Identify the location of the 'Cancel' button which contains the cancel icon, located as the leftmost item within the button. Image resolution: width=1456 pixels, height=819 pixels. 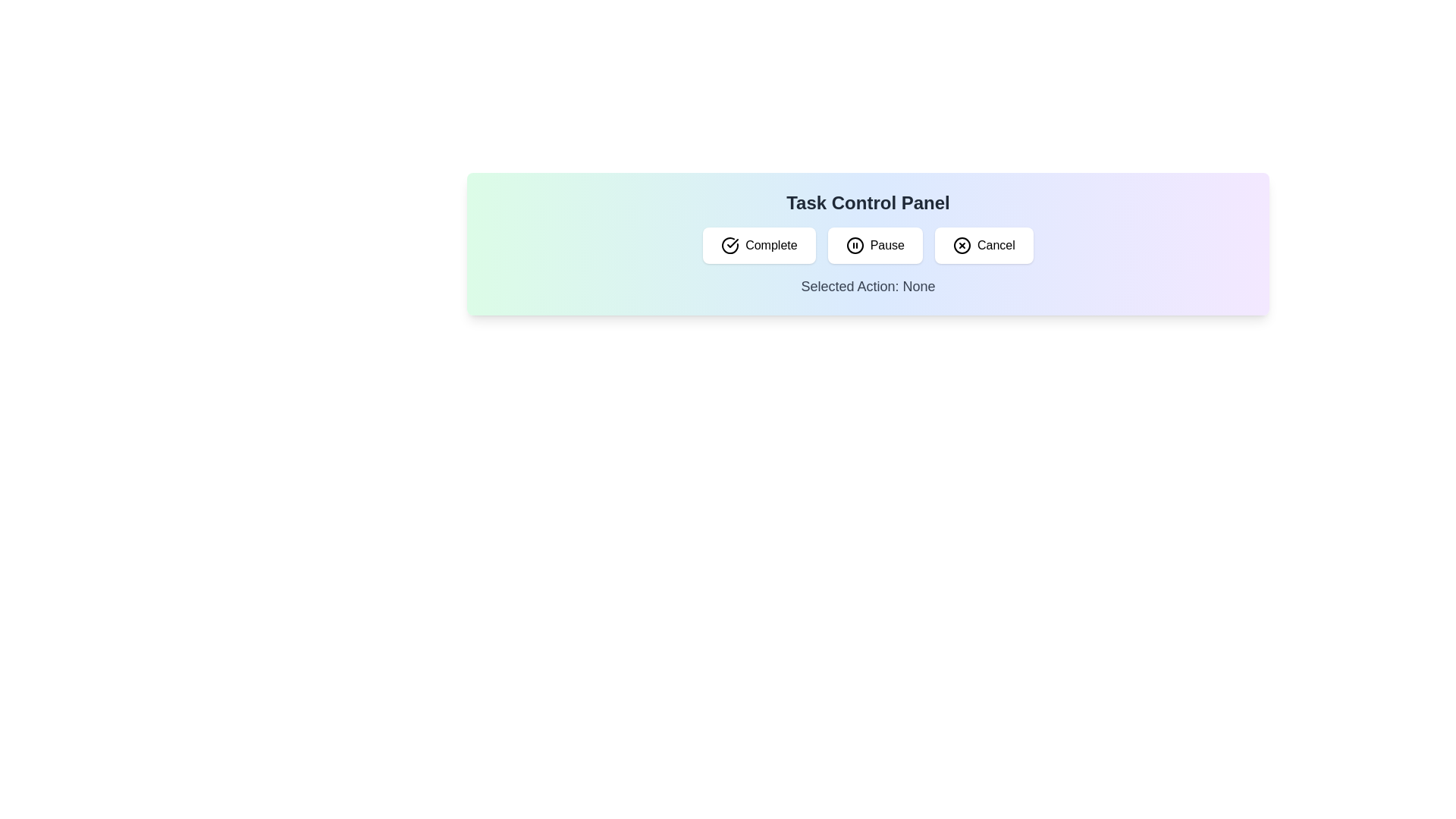
(961, 245).